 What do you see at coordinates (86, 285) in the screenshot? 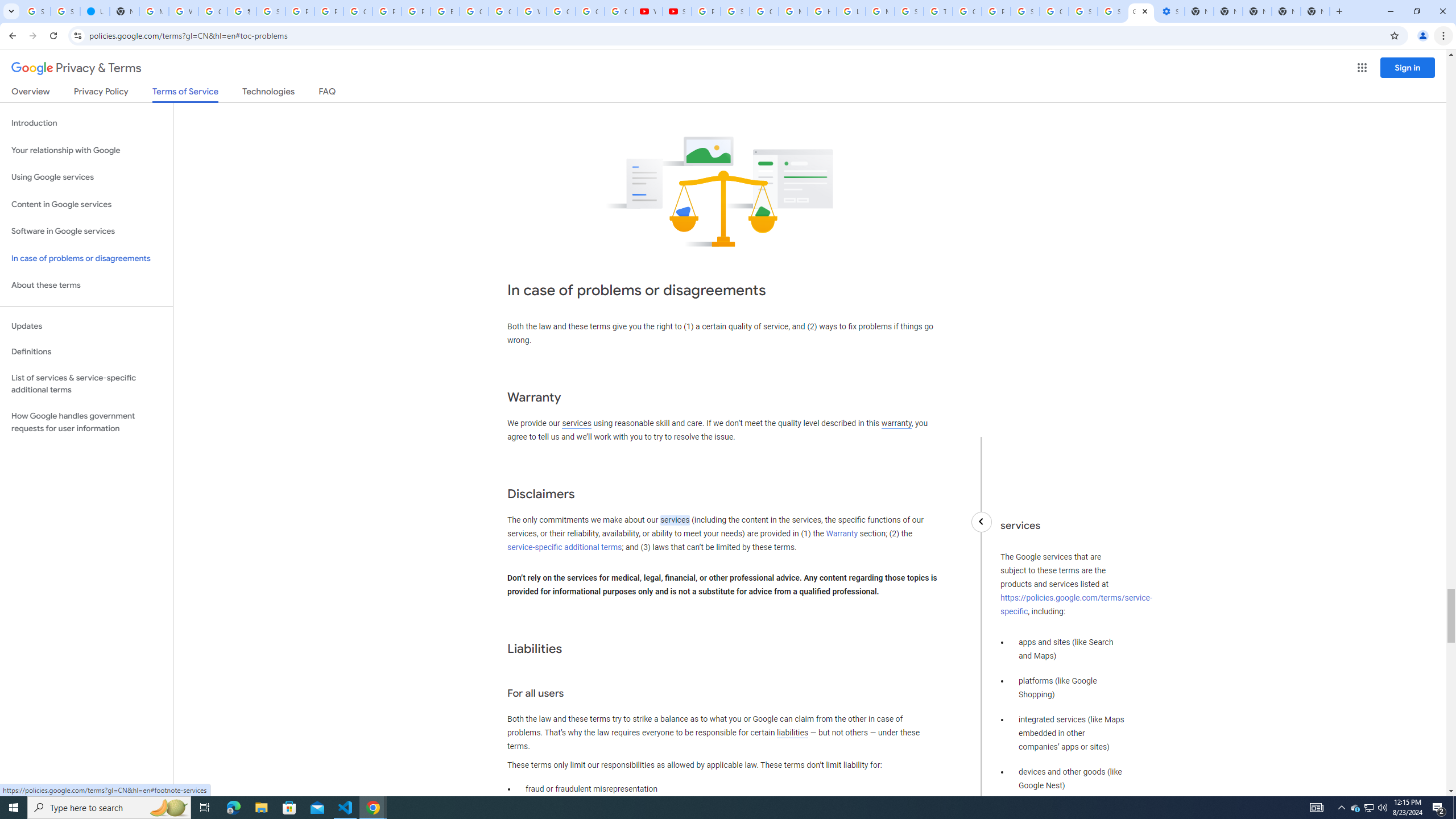
I see `'About these terms'` at bounding box center [86, 285].